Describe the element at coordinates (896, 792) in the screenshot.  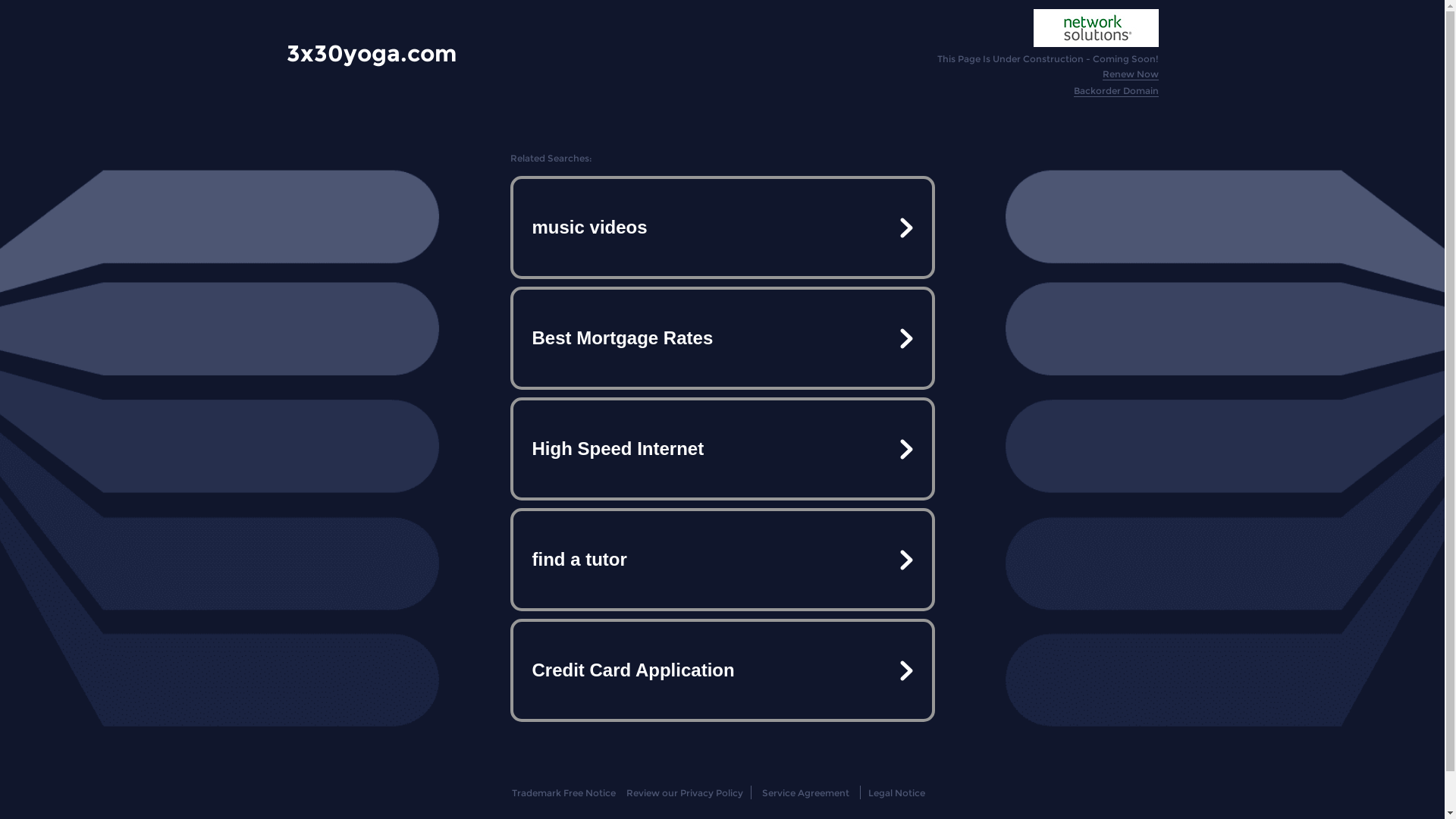
I see `'Legal Notice'` at that location.